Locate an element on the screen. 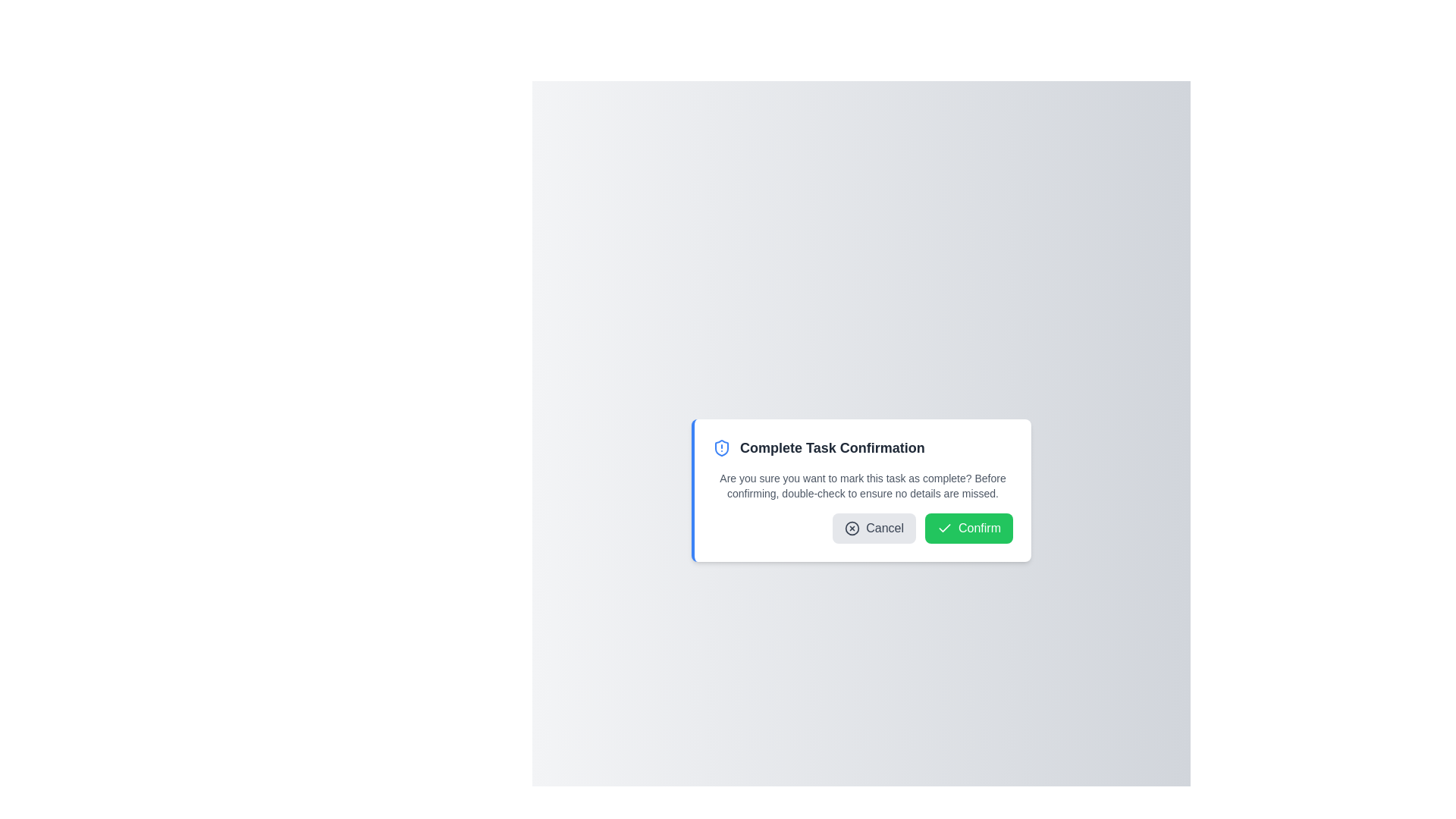 The height and width of the screenshot is (819, 1456). the checkmark icon located within the green confirm button at the bottom-right corner of the confirmation dialog box is located at coordinates (943, 527).